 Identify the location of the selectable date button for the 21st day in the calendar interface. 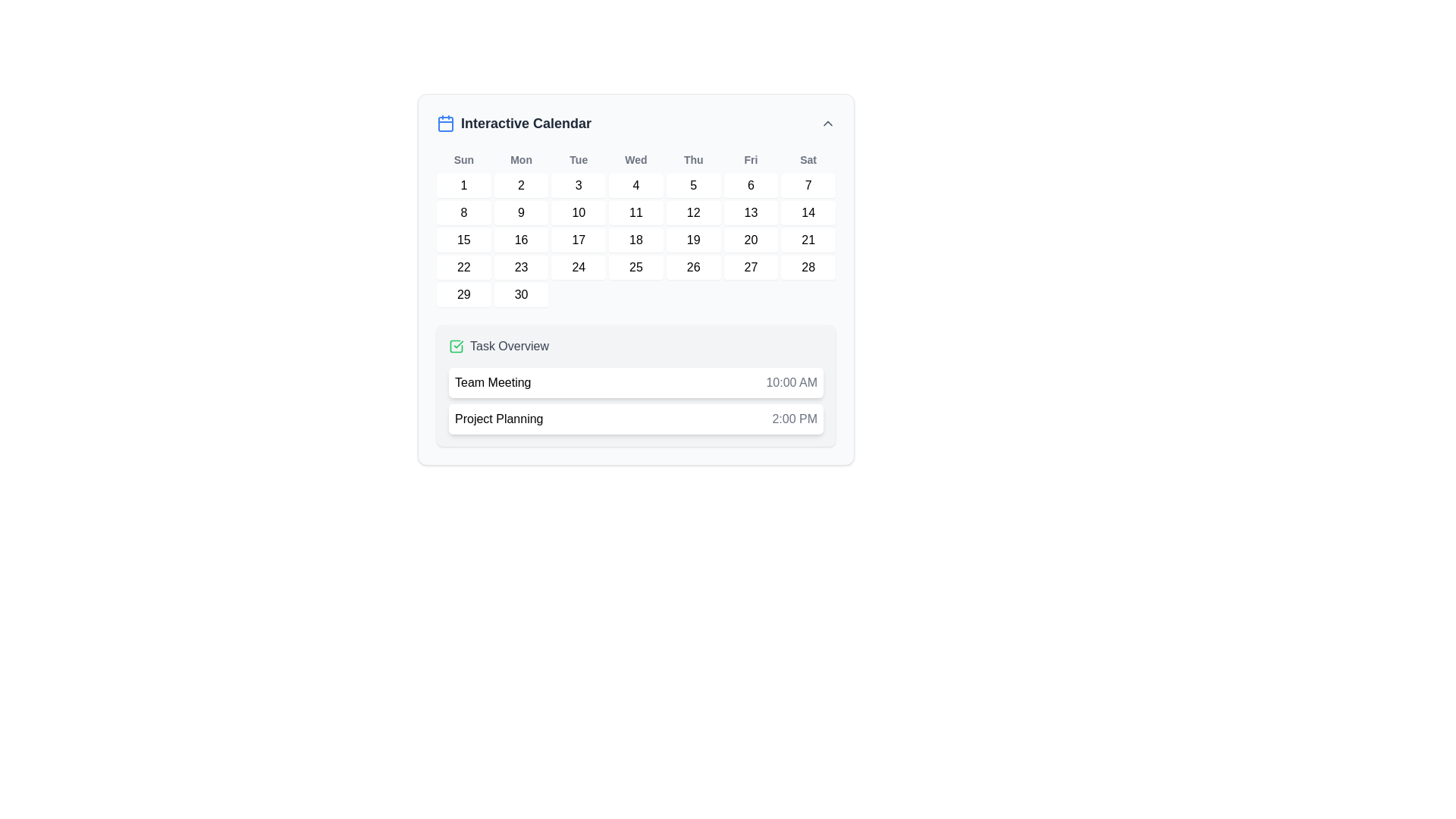
(808, 239).